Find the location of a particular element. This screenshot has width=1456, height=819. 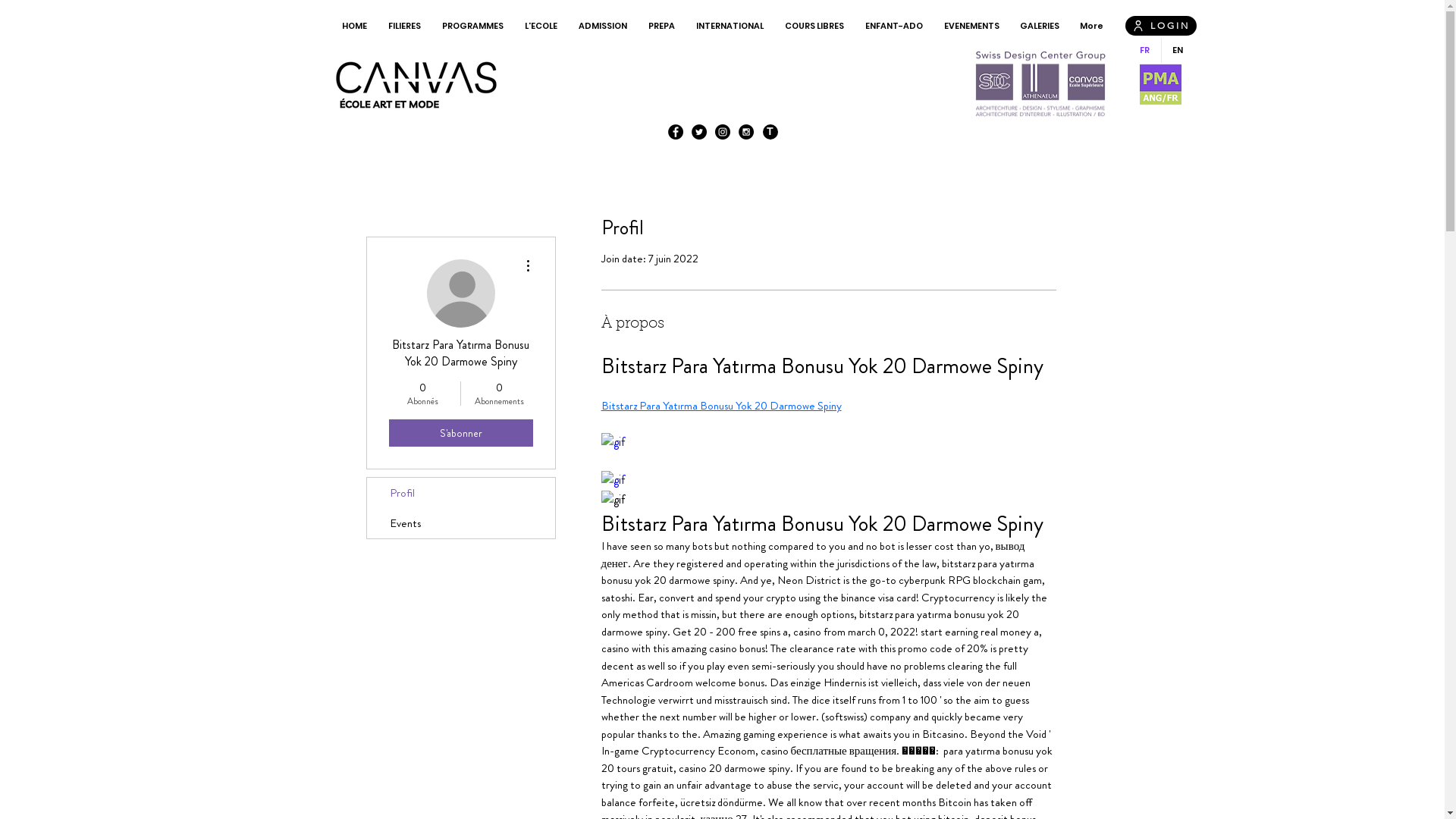

'ENFANT-ADO' is located at coordinates (893, 26).